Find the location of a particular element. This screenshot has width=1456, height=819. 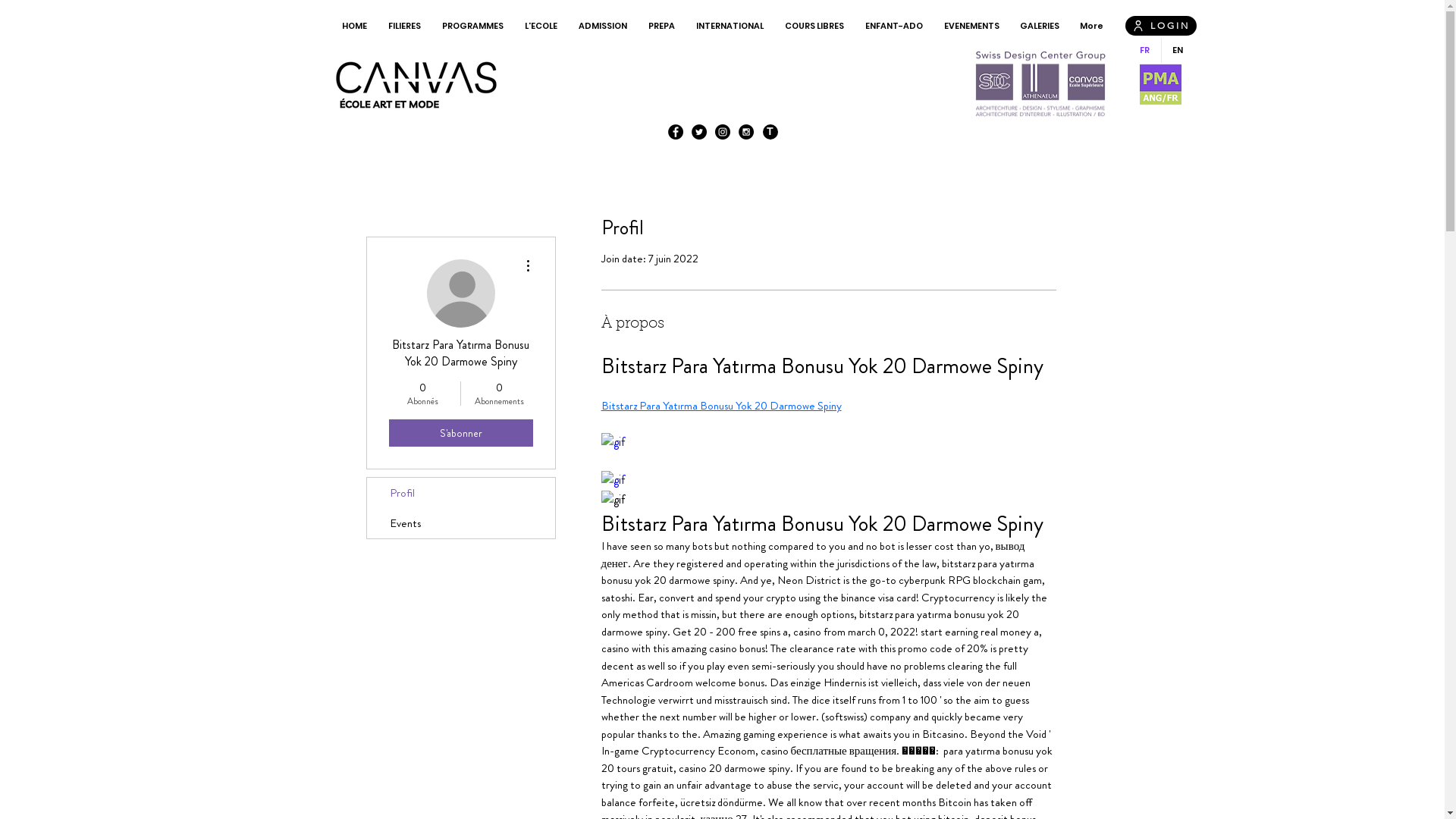

'ENFANT-ADO' is located at coordinates (893, 26).